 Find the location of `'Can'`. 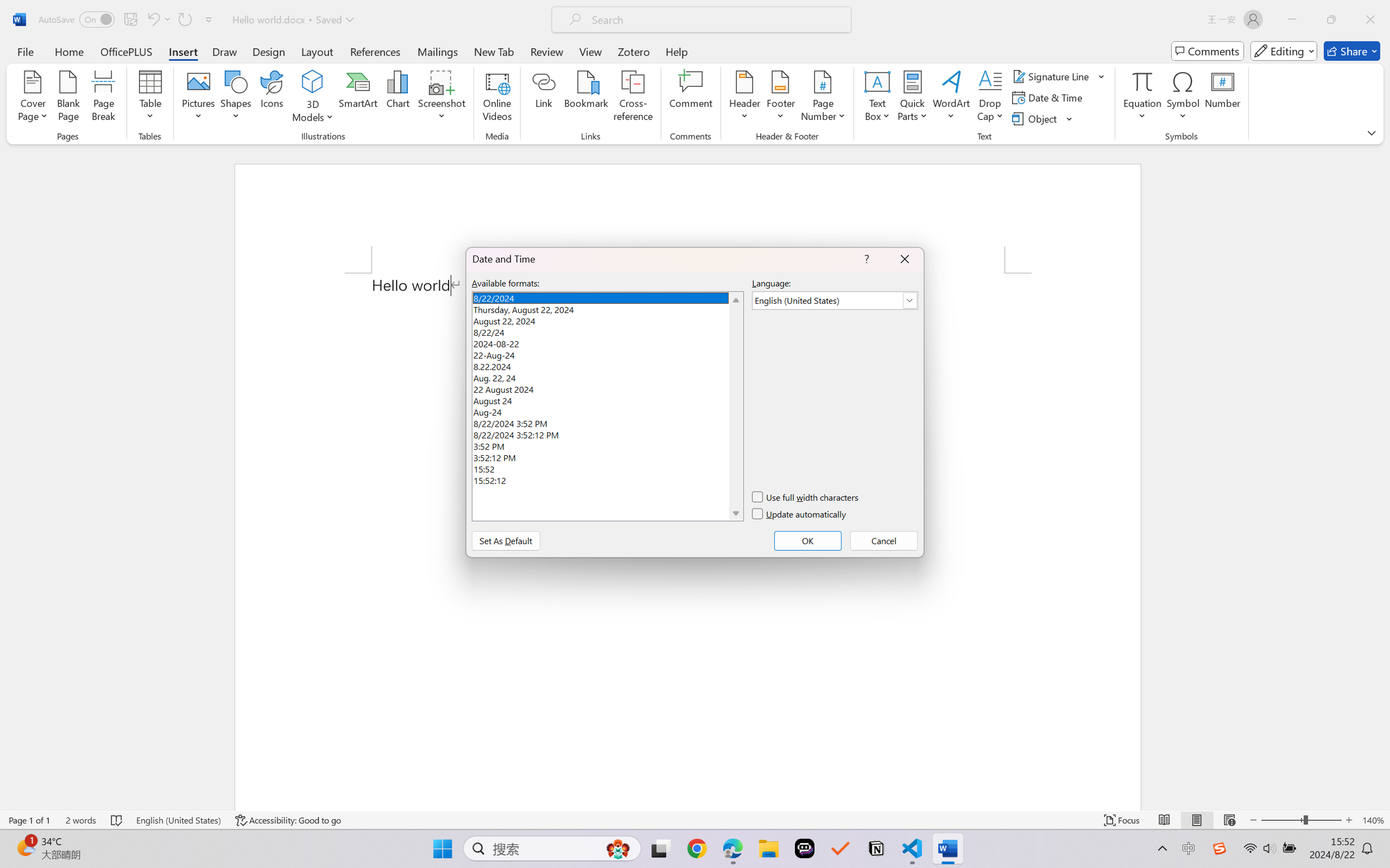

'Can' is located at coordinates (152, 19).